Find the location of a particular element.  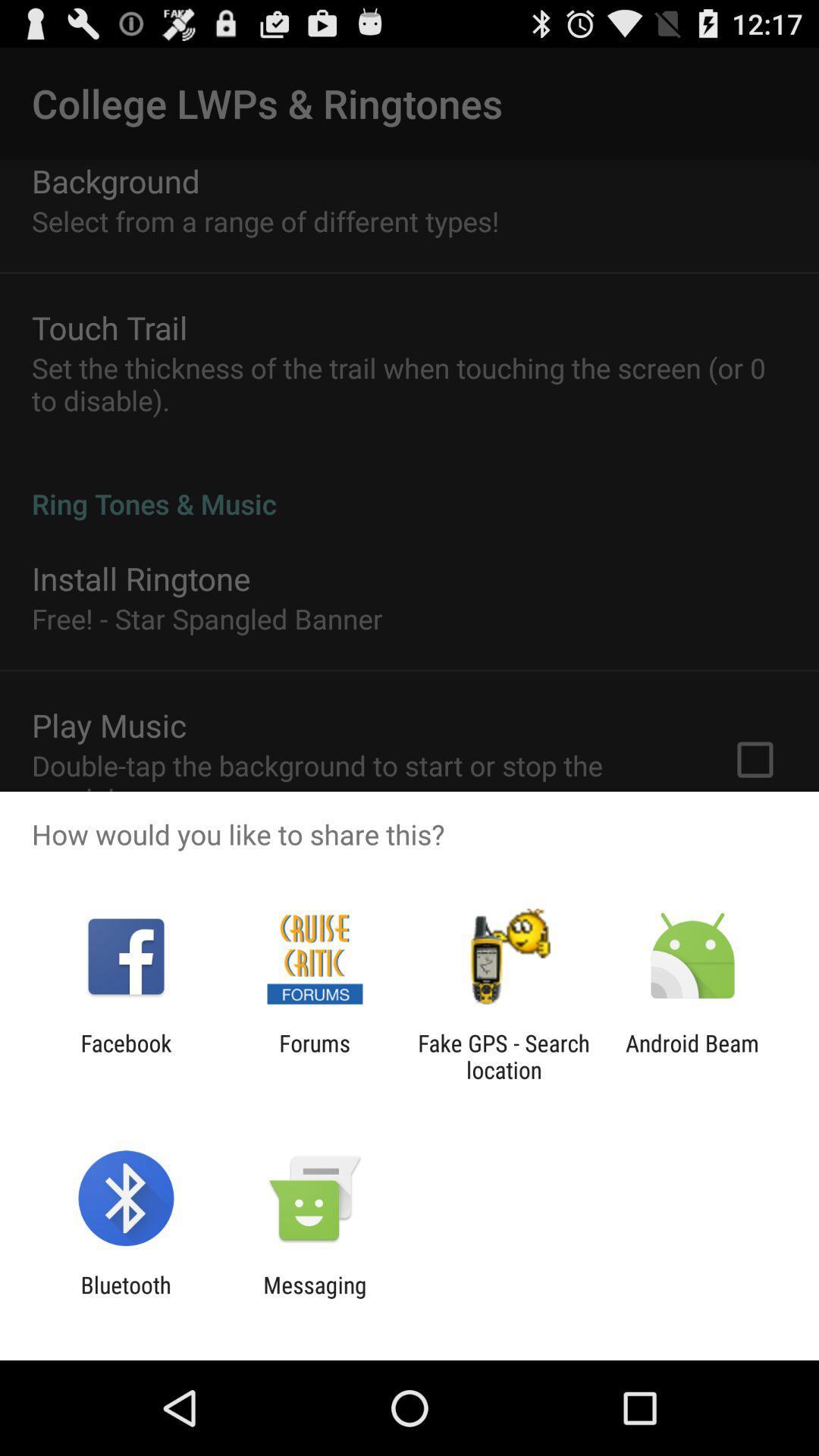

icon to the left of the messaging is located at coordinates (125, 1298).